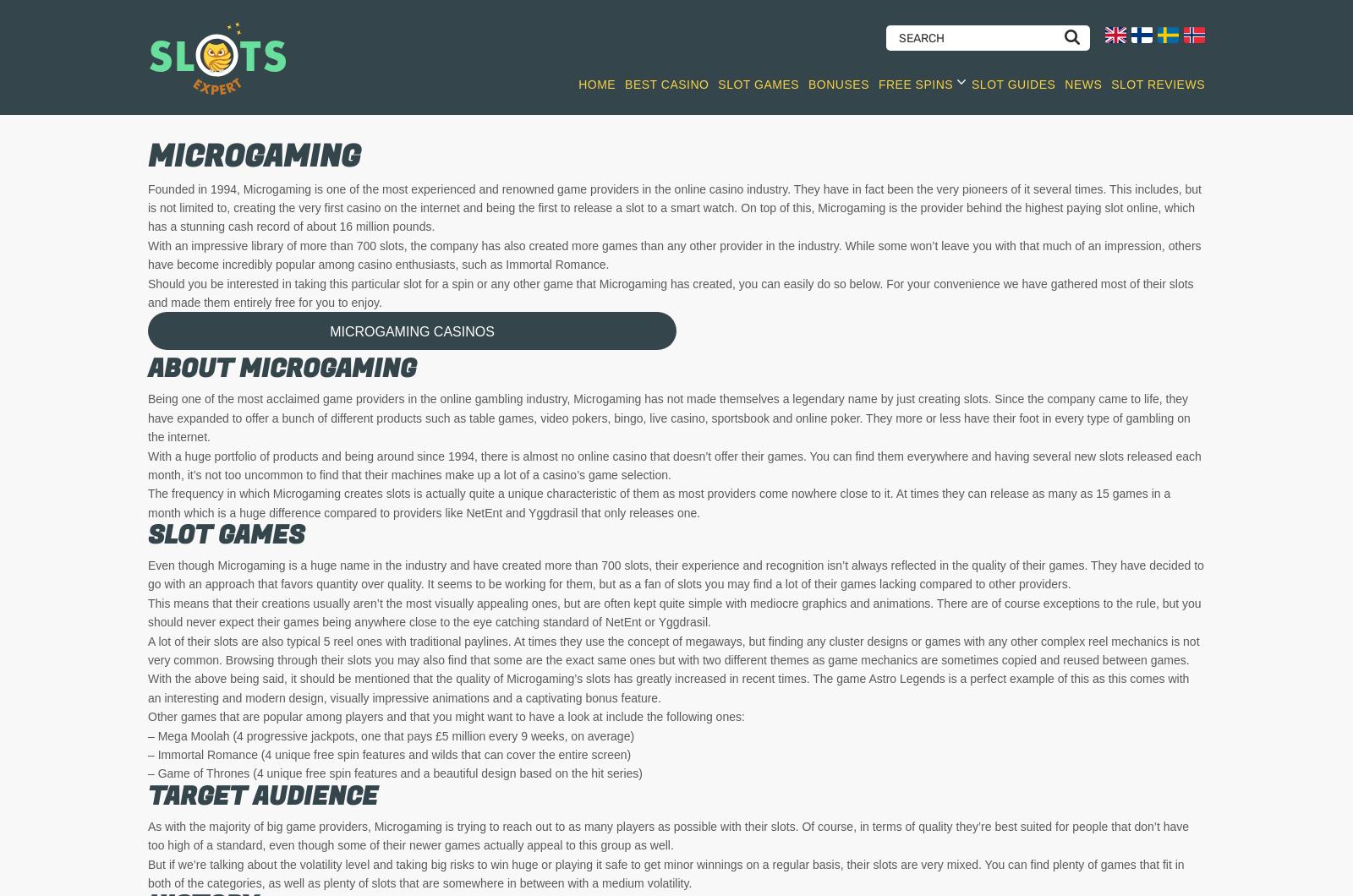 This screenshot has height=896, width=1353. Describe the element at coordinates (588, 487) in the screenshot. I see `'Emperors garden'` at that location.